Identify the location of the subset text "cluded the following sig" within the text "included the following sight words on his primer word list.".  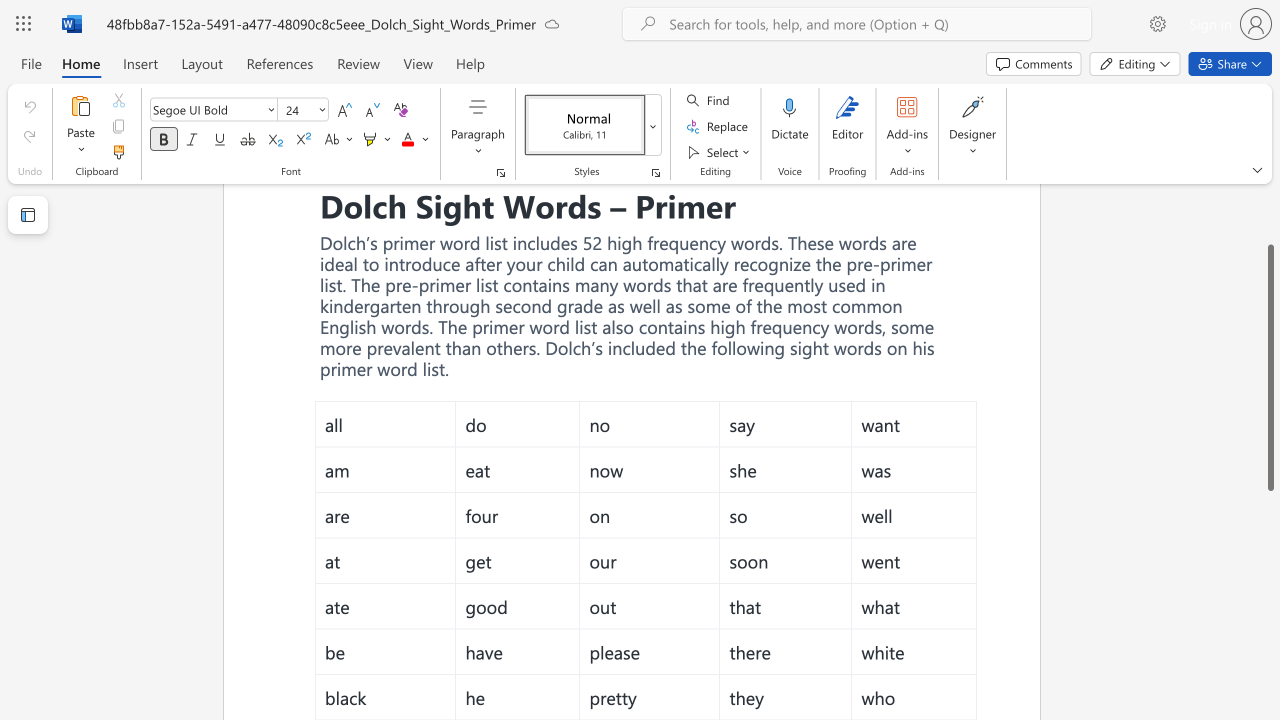
(621, 346).